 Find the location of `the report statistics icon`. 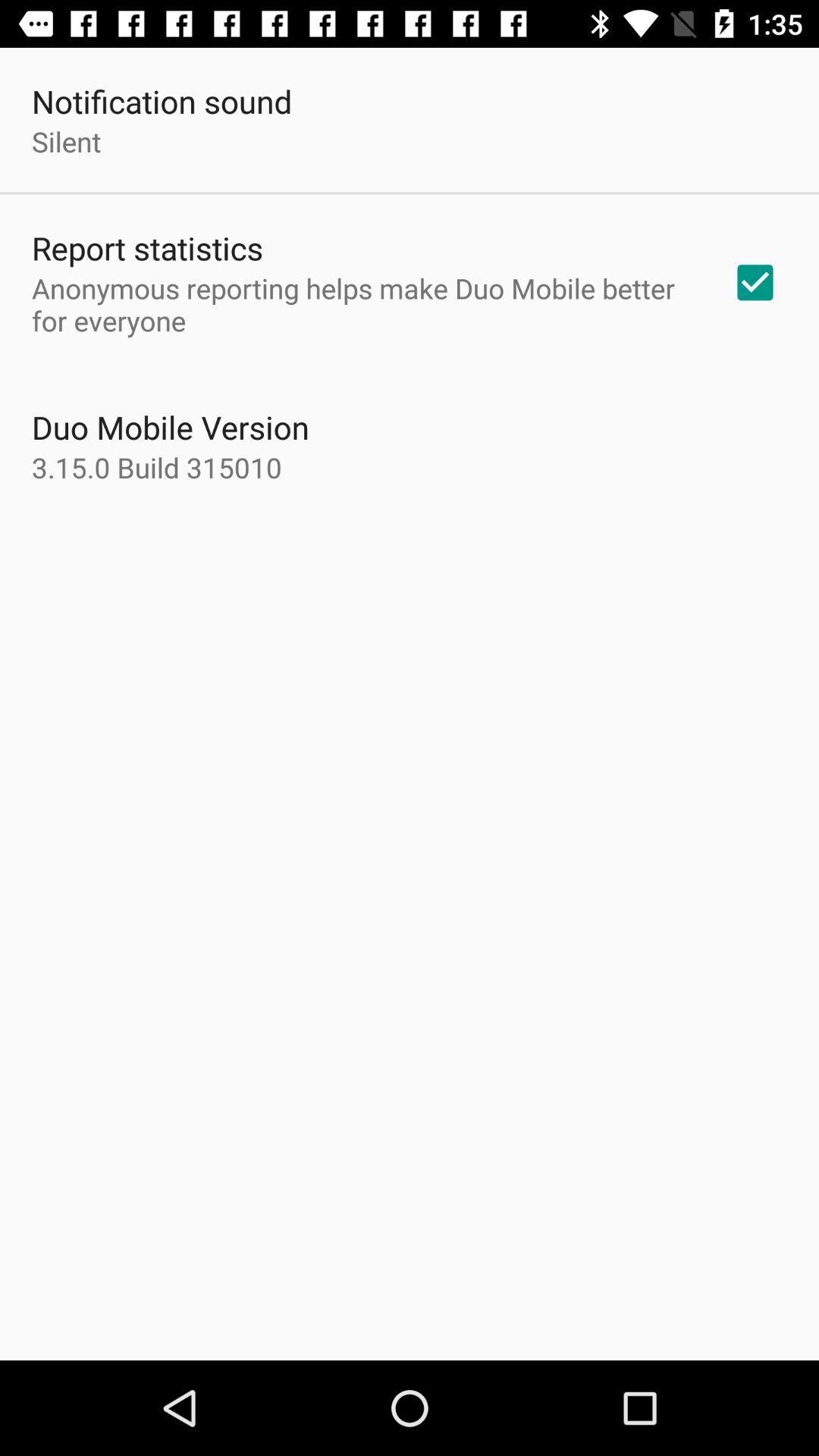

the report statistics icon is located at coordinates (147, 247).